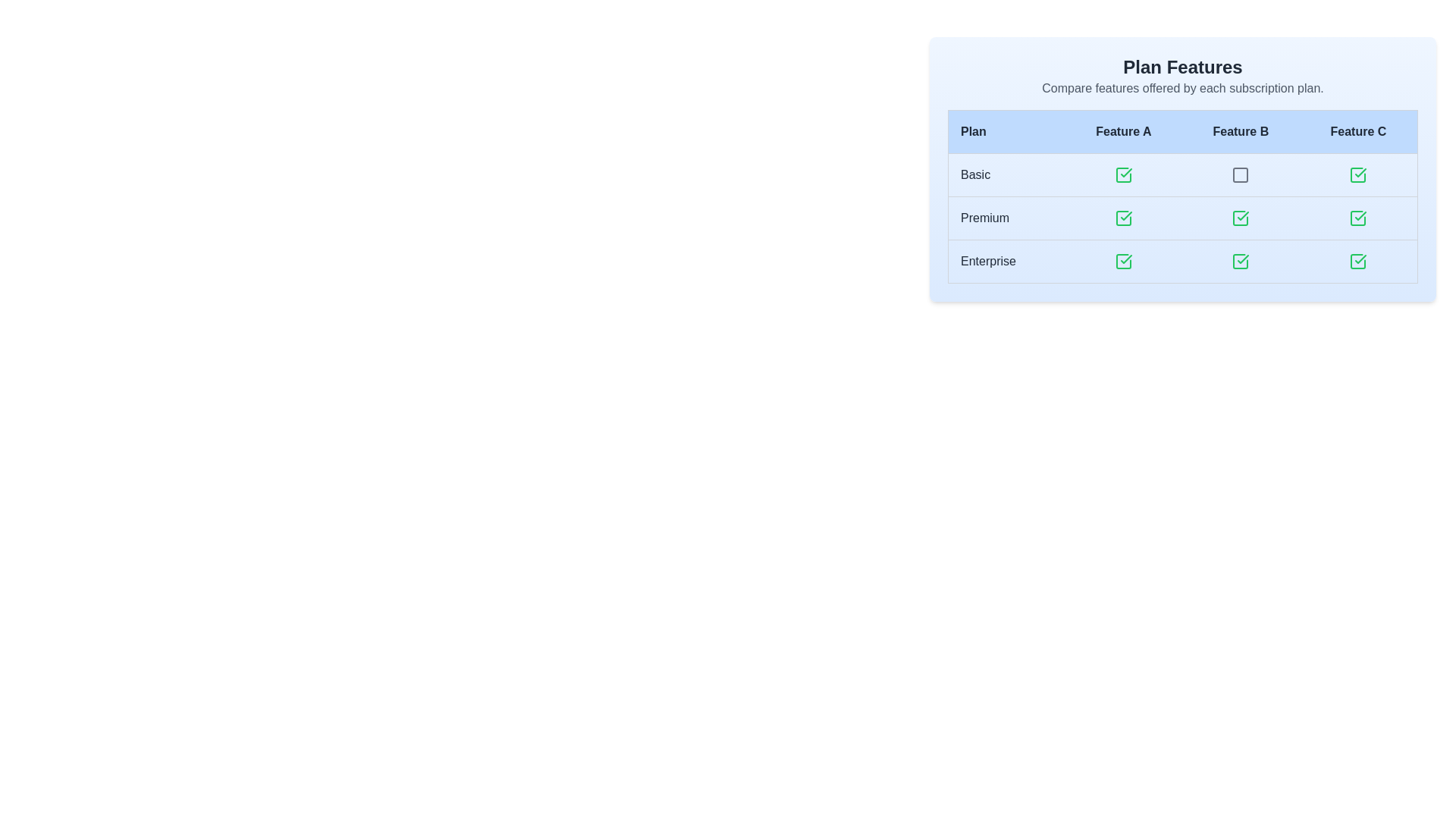  Describe the element at coordinates (1360, 171) in the screenshot. I see `the green checkmark icon in the 'Feature C' column of the first row labeled 'Basic' in the subscription plans table` at that location.